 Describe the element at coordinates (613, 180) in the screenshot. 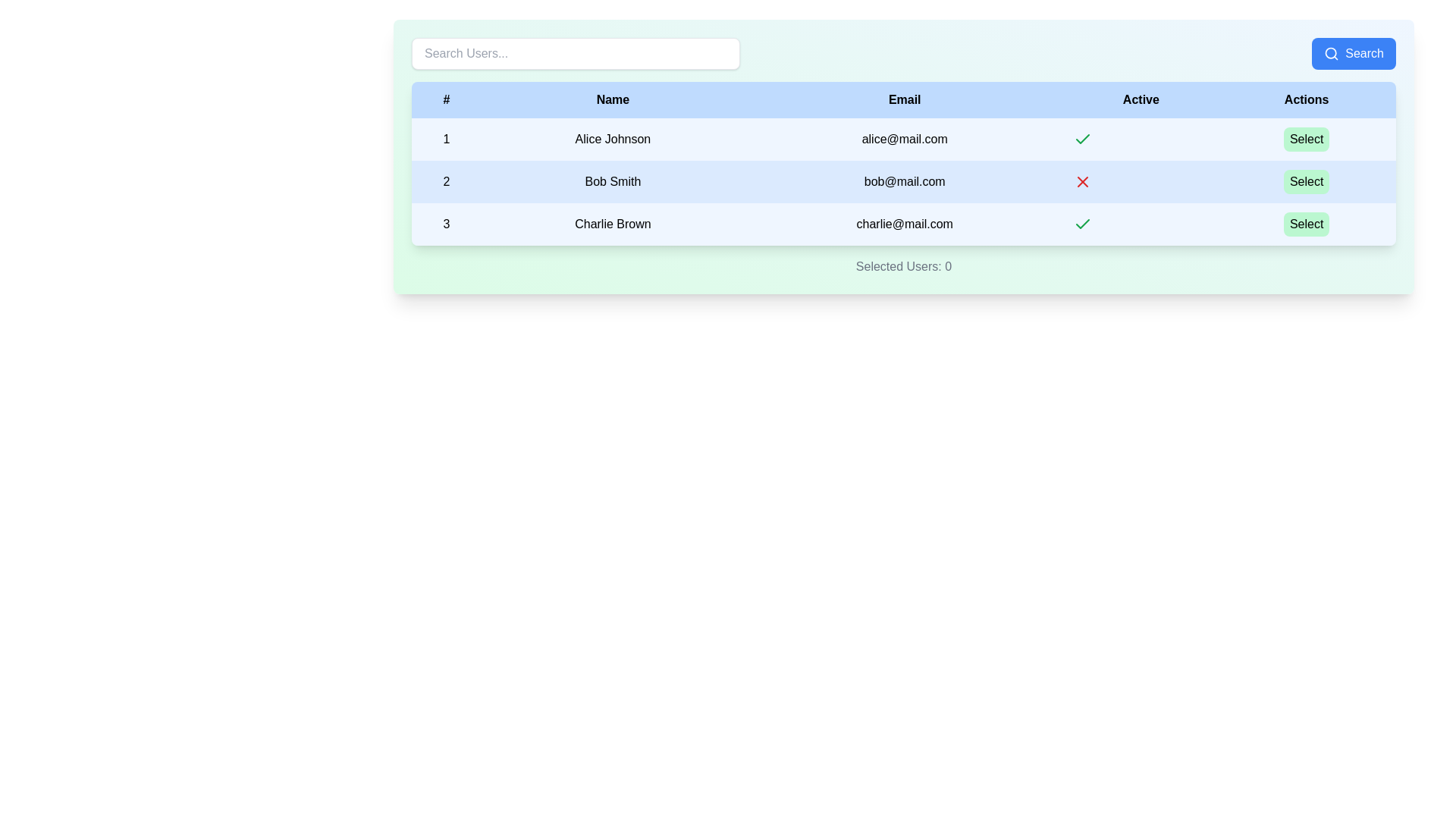

I see `the text 'Bob Smith' displayed in the second row of the table under the 'Name' column` at that location.